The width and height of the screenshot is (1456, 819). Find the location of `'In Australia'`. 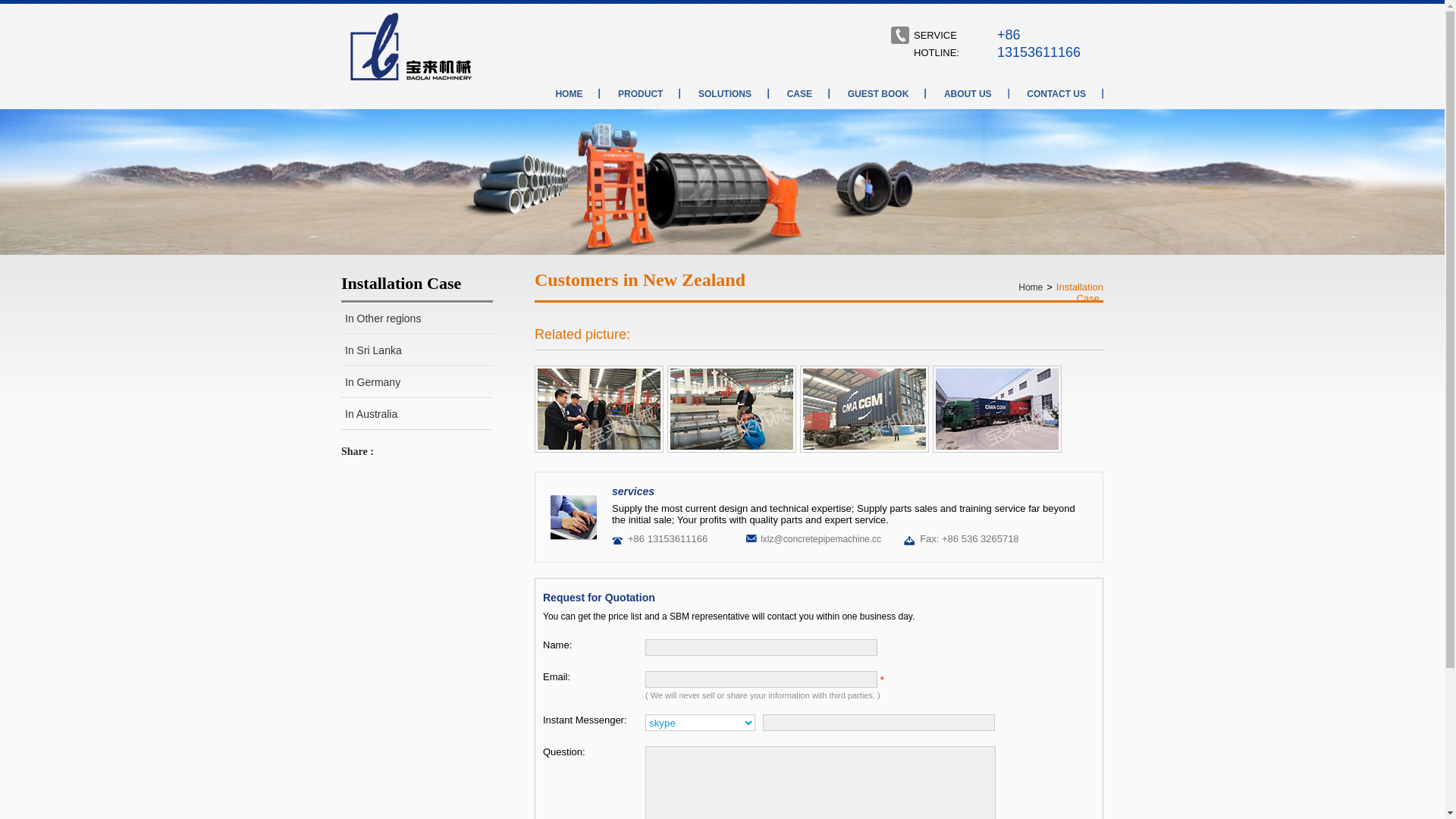

'In Australia' is located at coordinates (340, 414).